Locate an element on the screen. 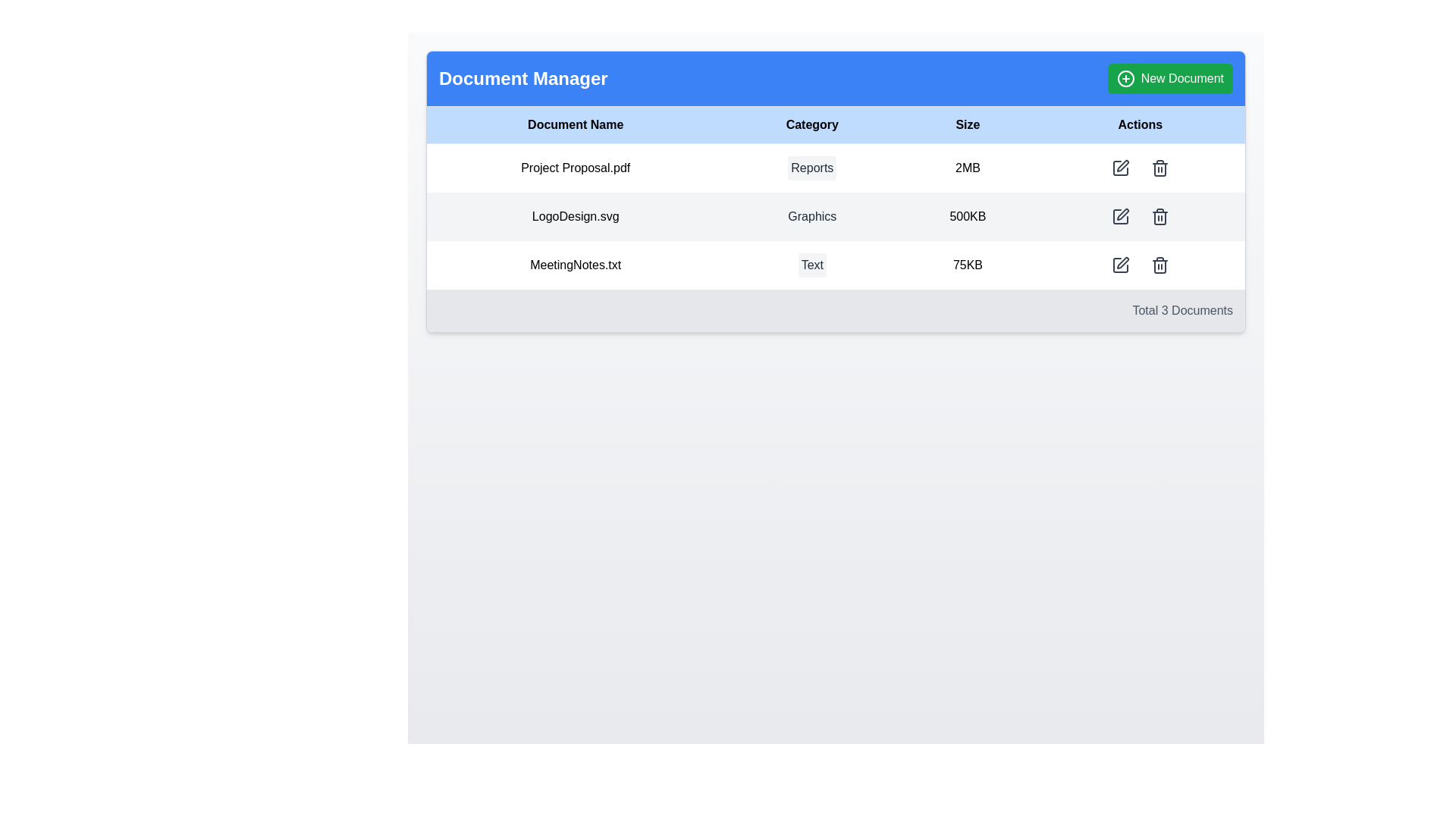 This screenshot has height=819, width=1456. the small rectangular badge with rounded corners and light gray background containing the text 'Text' in dark gray font, located in the 'Category' column corresponding to 'MeetingNotes.txt' is located at coordinates (811, 265).